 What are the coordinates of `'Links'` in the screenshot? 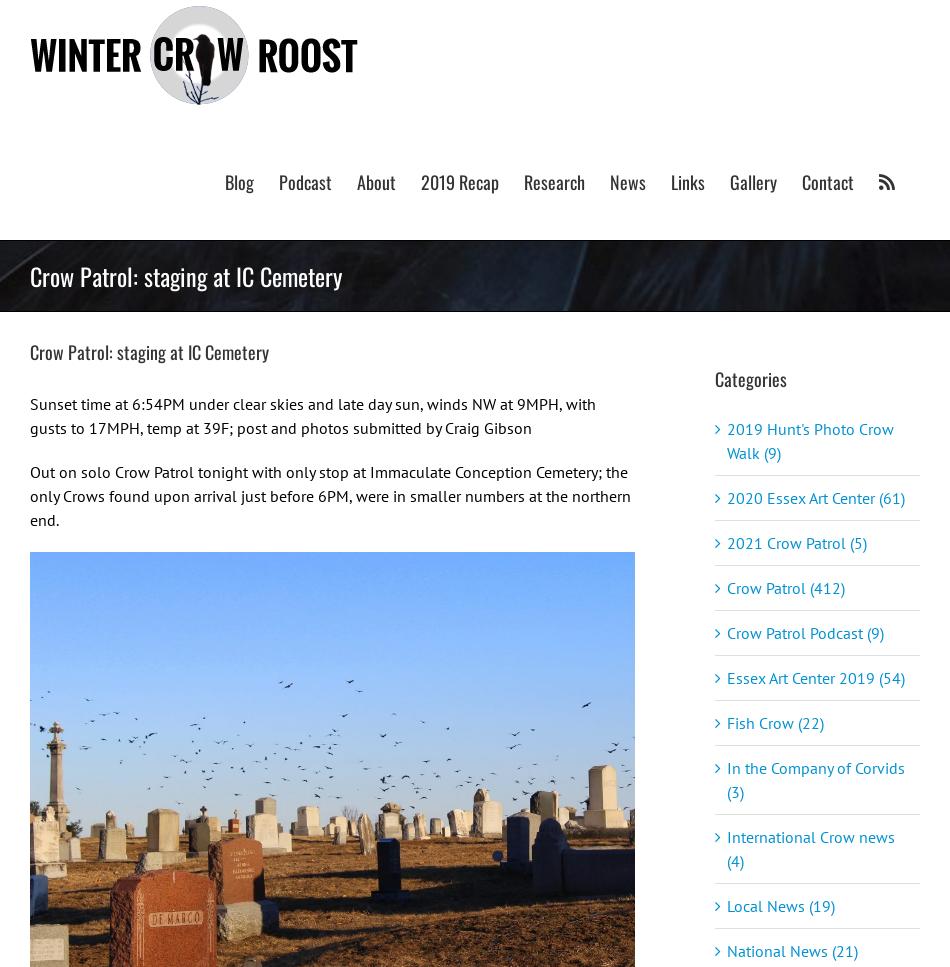 It's located at (670, 181).